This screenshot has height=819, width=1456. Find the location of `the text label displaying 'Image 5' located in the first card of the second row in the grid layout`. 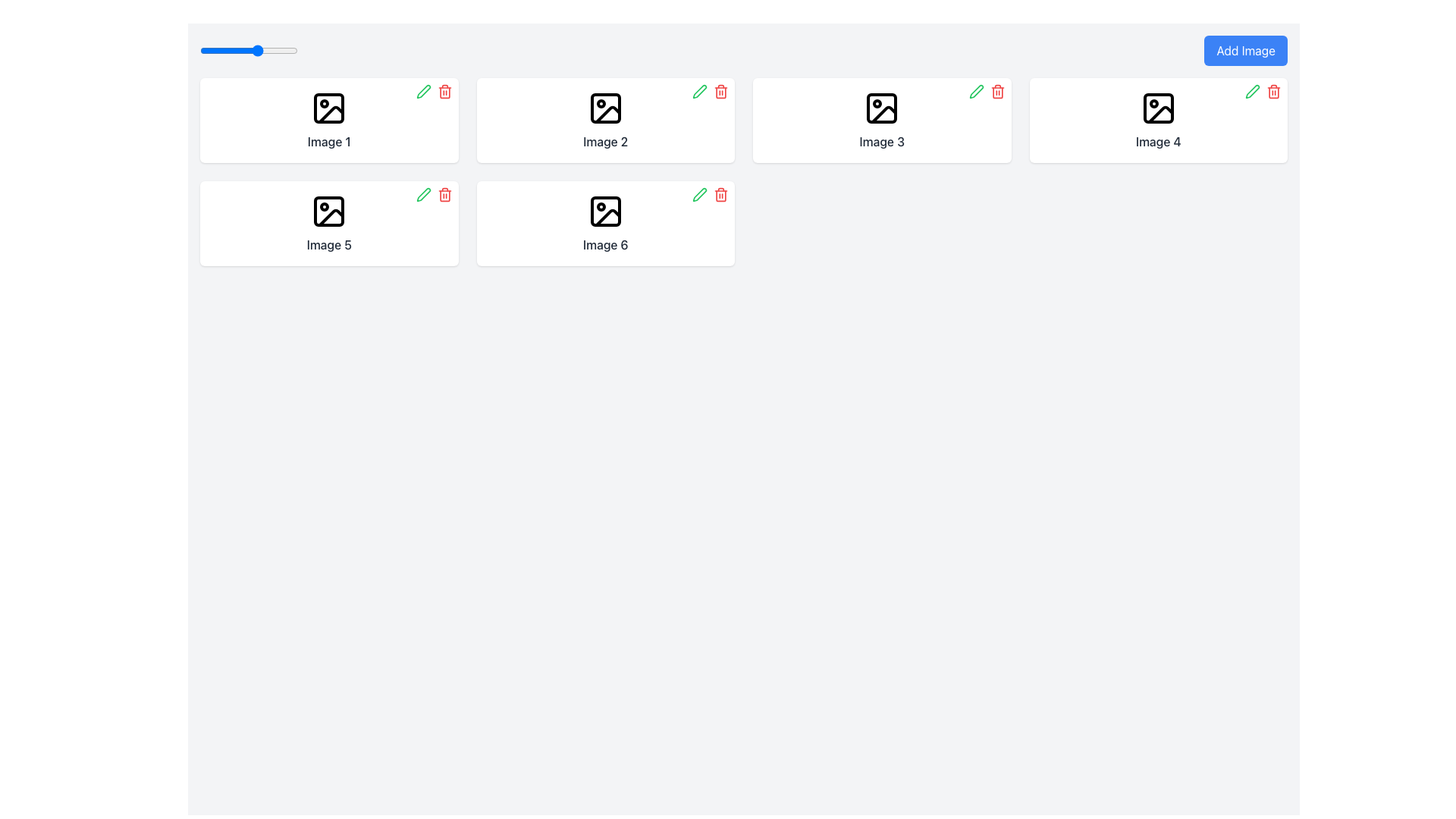

the text label displaying 'Image 5' located in the first card of the second row in the grid layout is located at coordinates (328, 244).